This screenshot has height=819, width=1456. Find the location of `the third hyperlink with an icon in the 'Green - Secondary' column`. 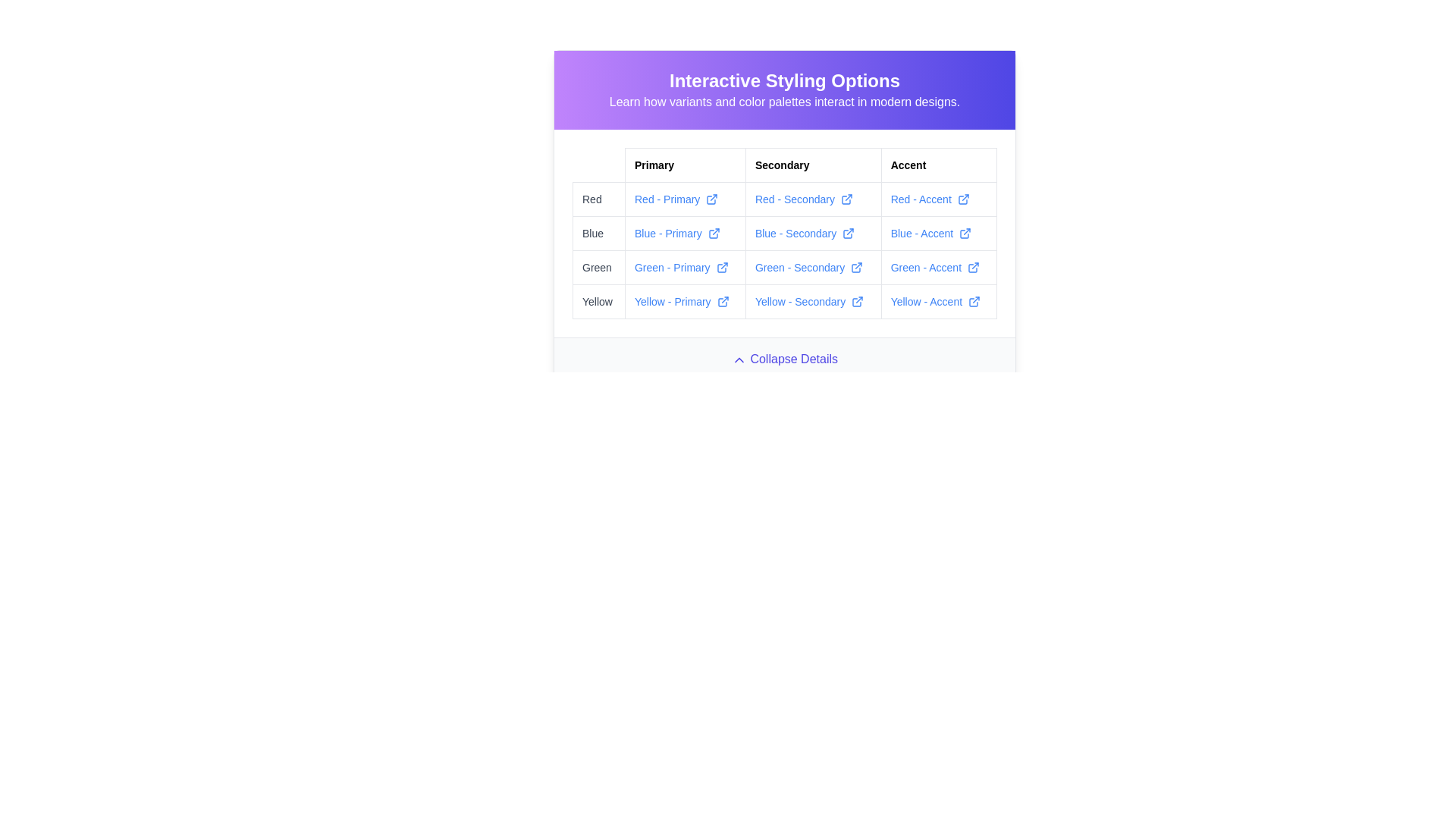

the third hyperlink with an icon in the 'Green - Secondary' column is located at coordinates (812, 267).